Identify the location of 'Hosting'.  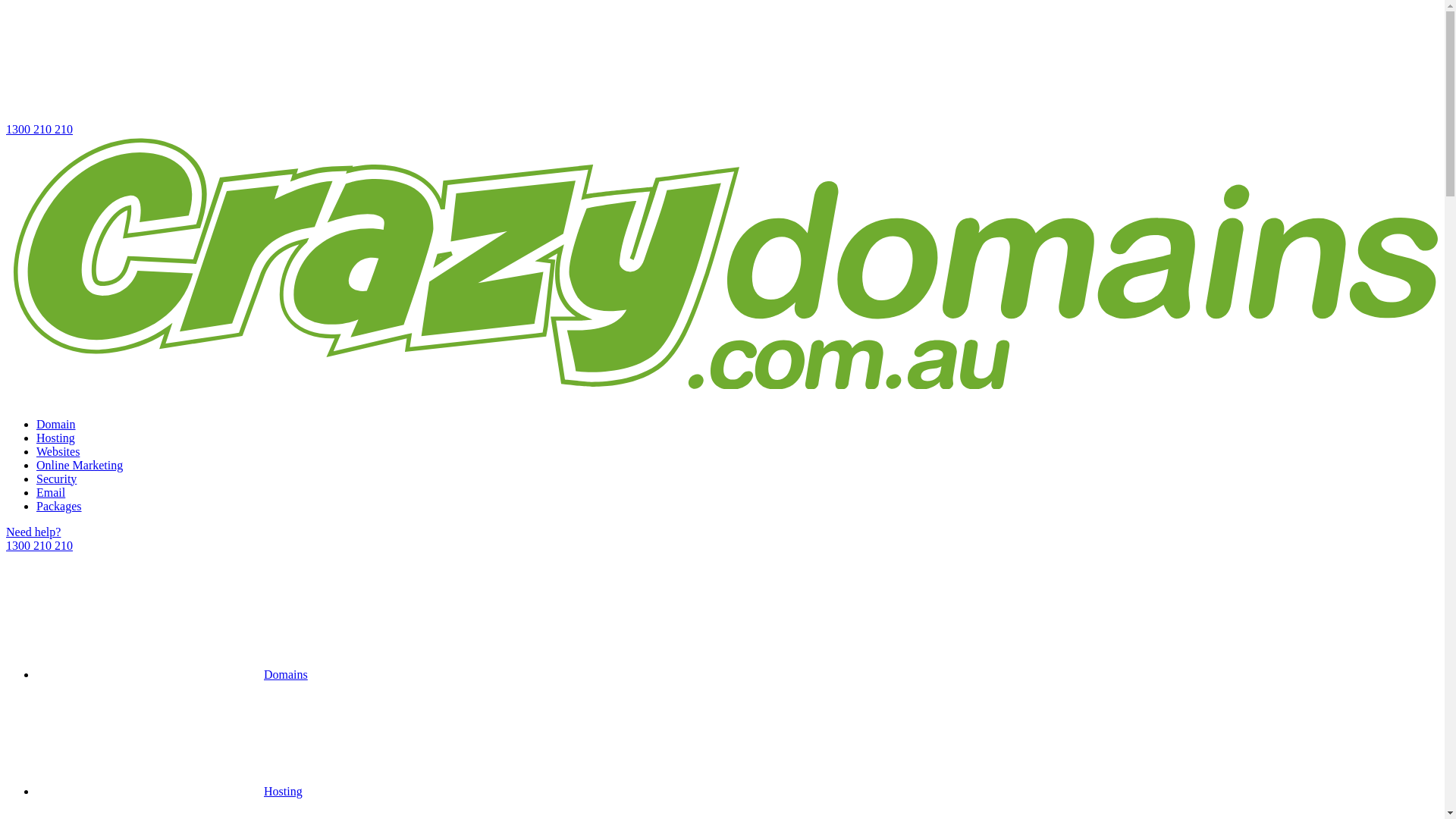
(169, 790).